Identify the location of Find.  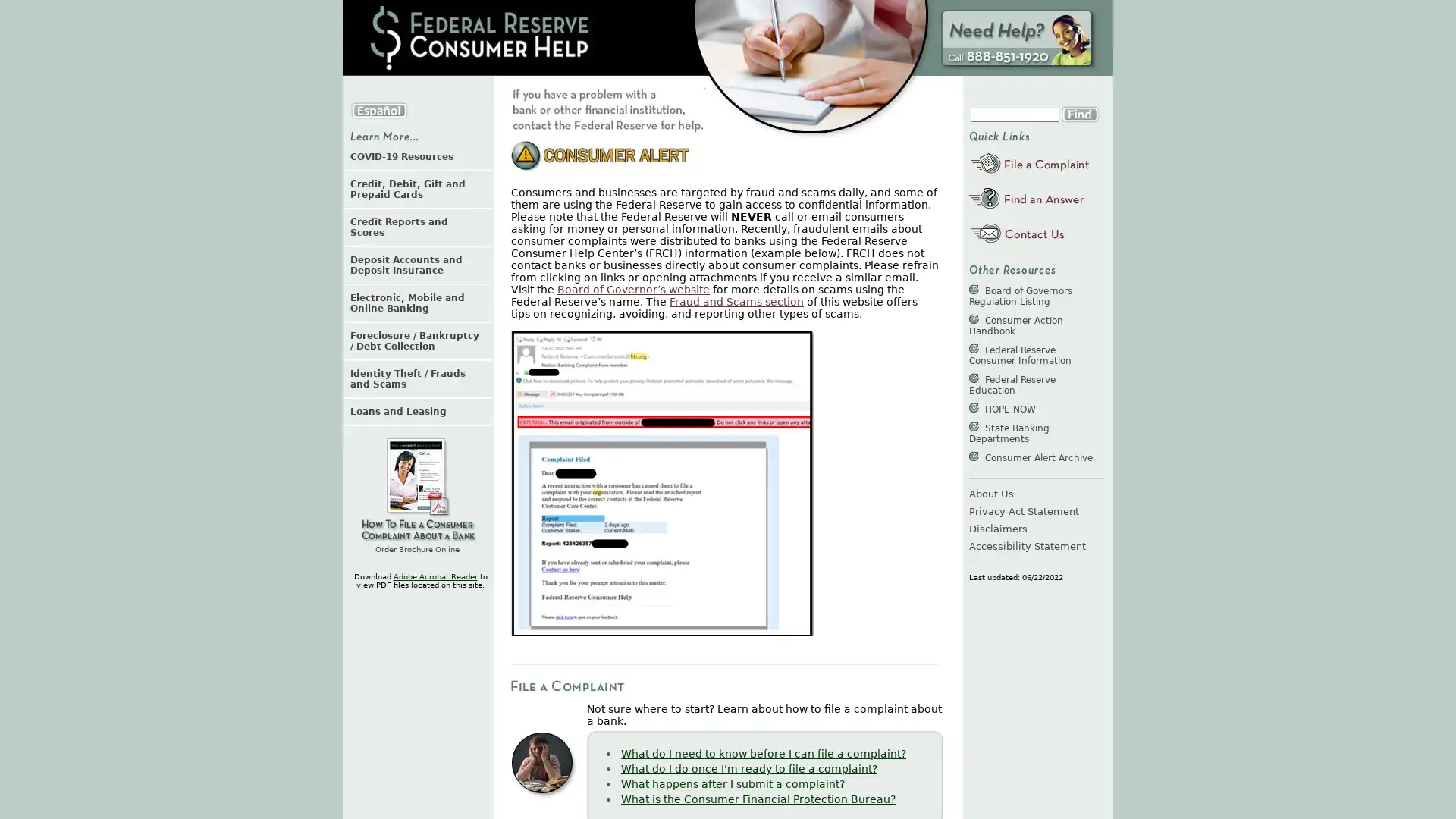
(1079, 113).